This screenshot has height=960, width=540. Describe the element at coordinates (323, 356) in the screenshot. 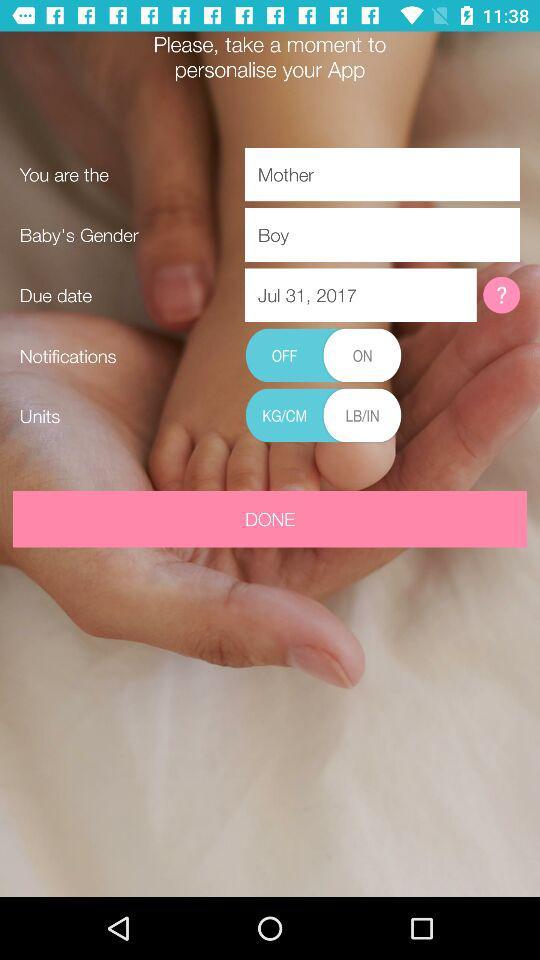

I see `notification oppoin` at that location.